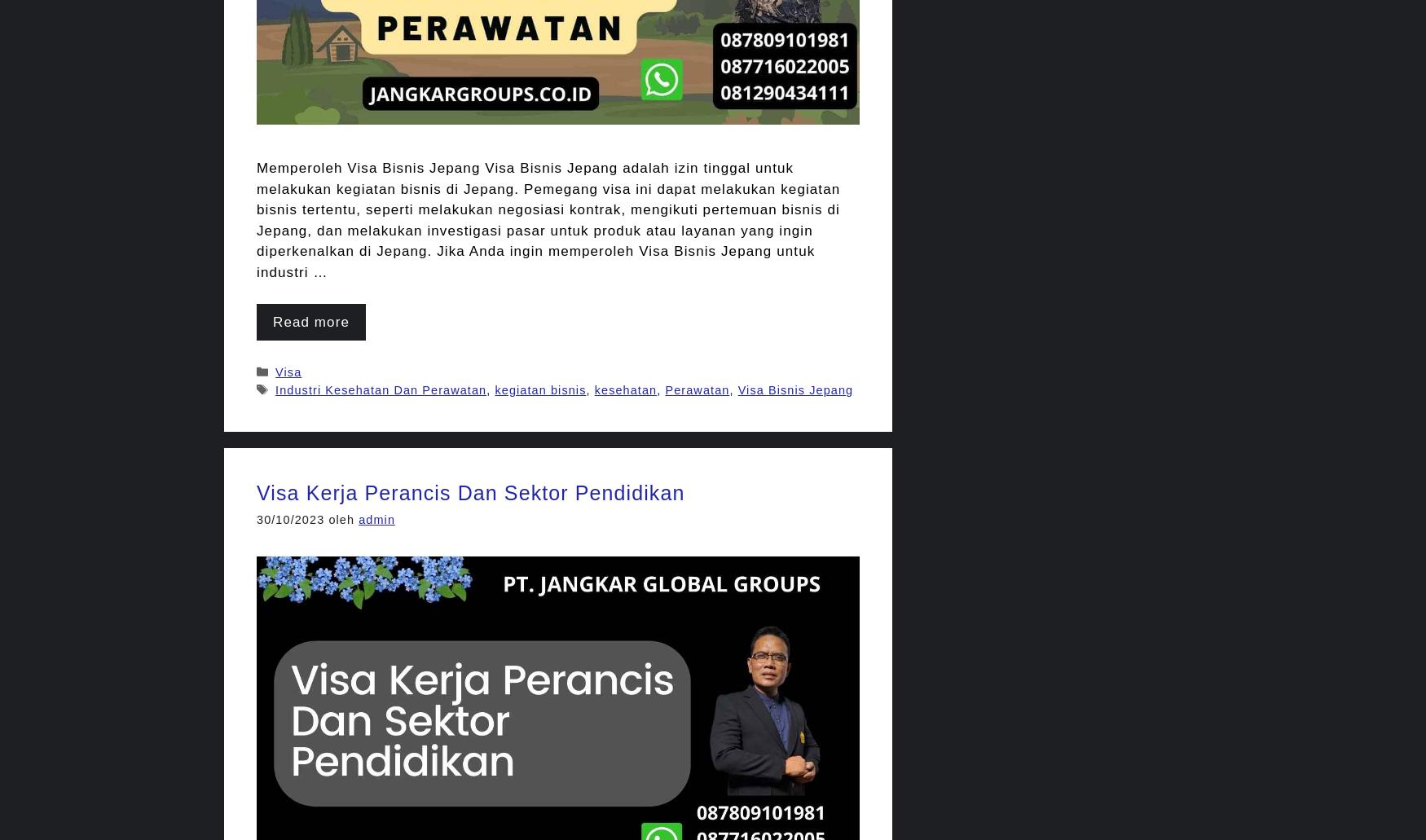 Image resolution: width=1426 pixels, height=840 pixels. Describe the element at coordinates (624, 389) in the screenshot. I see `'kesehatan'` at that location.